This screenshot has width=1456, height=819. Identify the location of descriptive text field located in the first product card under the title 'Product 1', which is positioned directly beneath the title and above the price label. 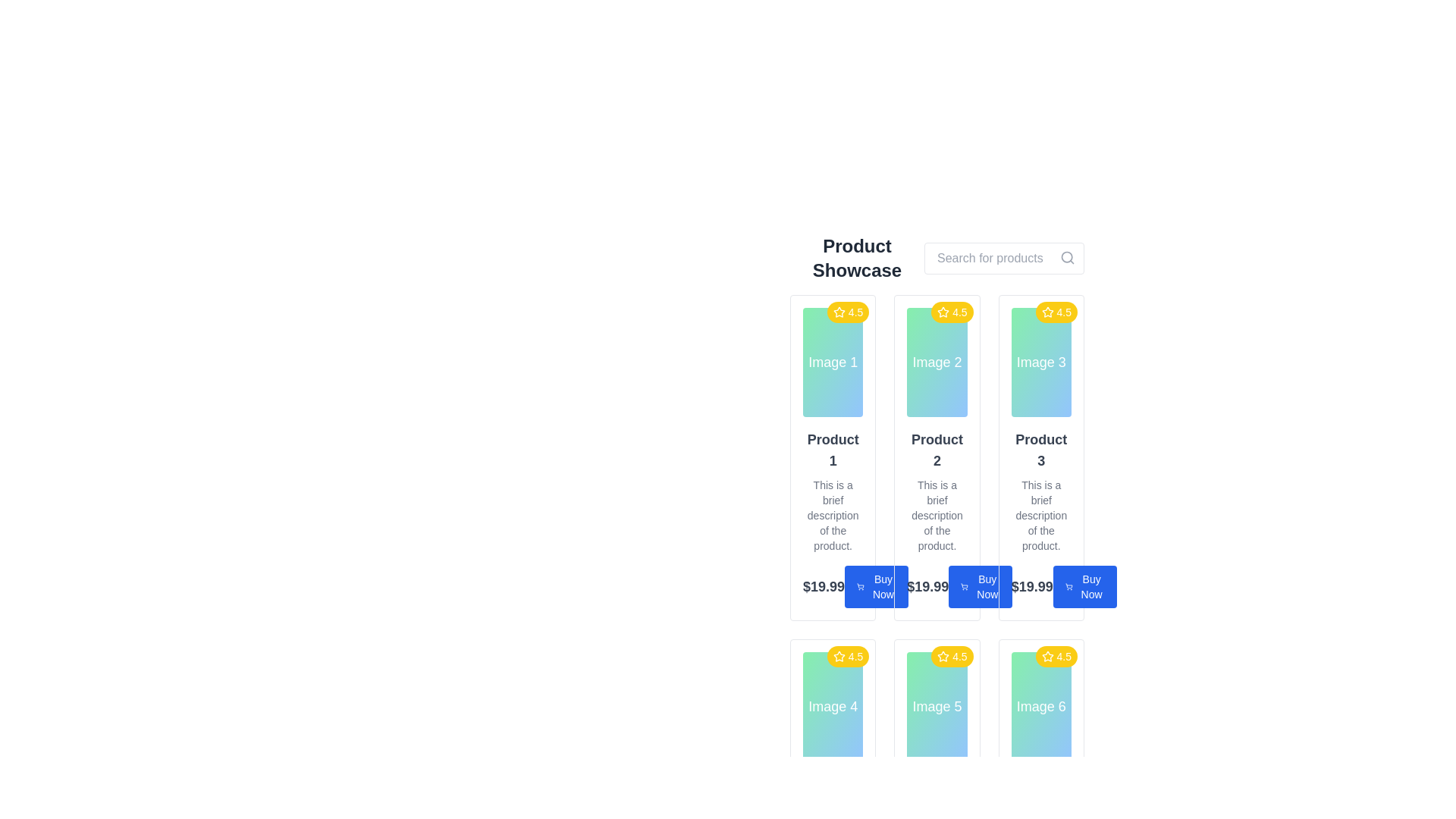
(832, 514).